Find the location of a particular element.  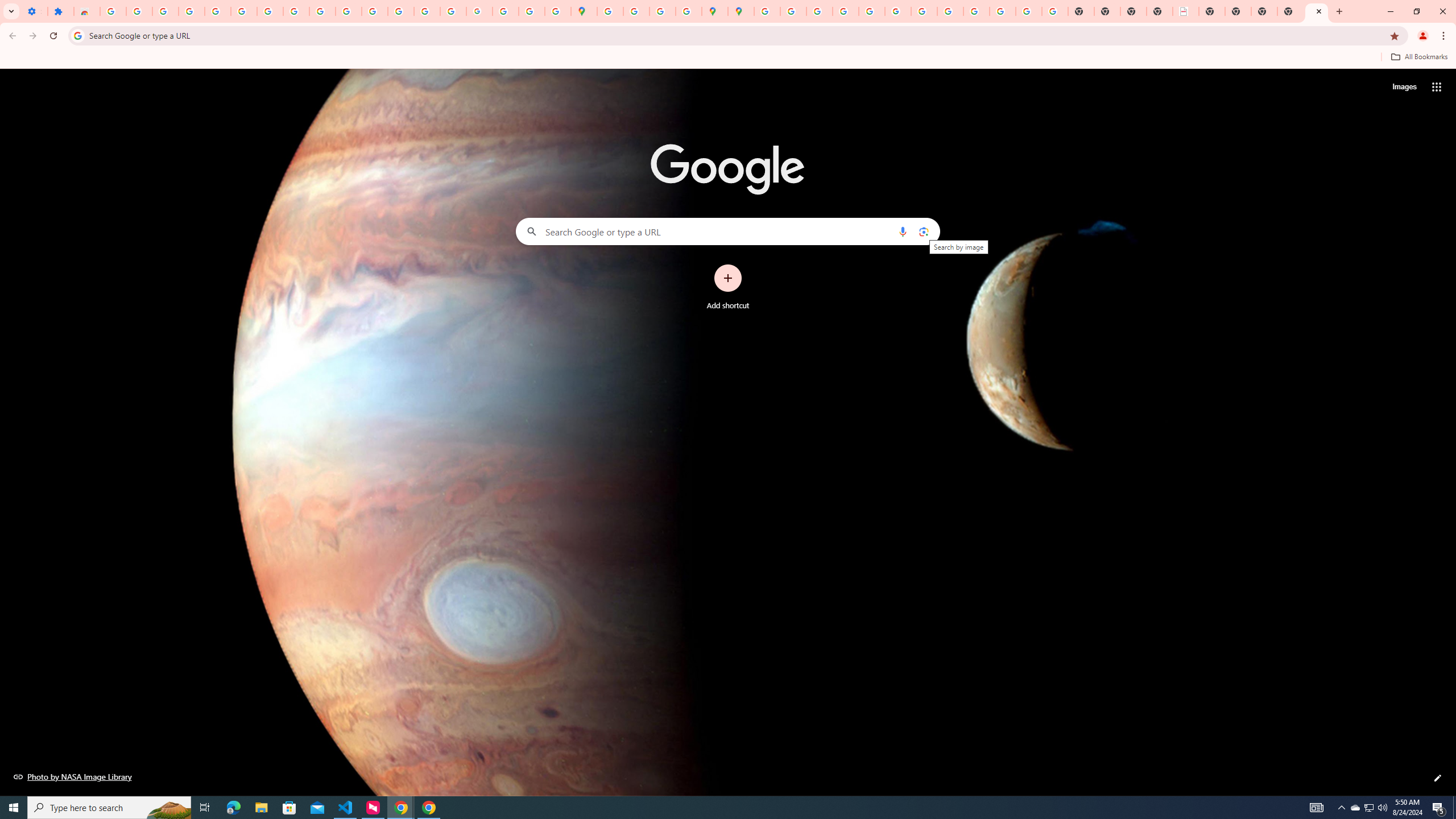

'Add shortcut' is located at coordinates (728, 287).